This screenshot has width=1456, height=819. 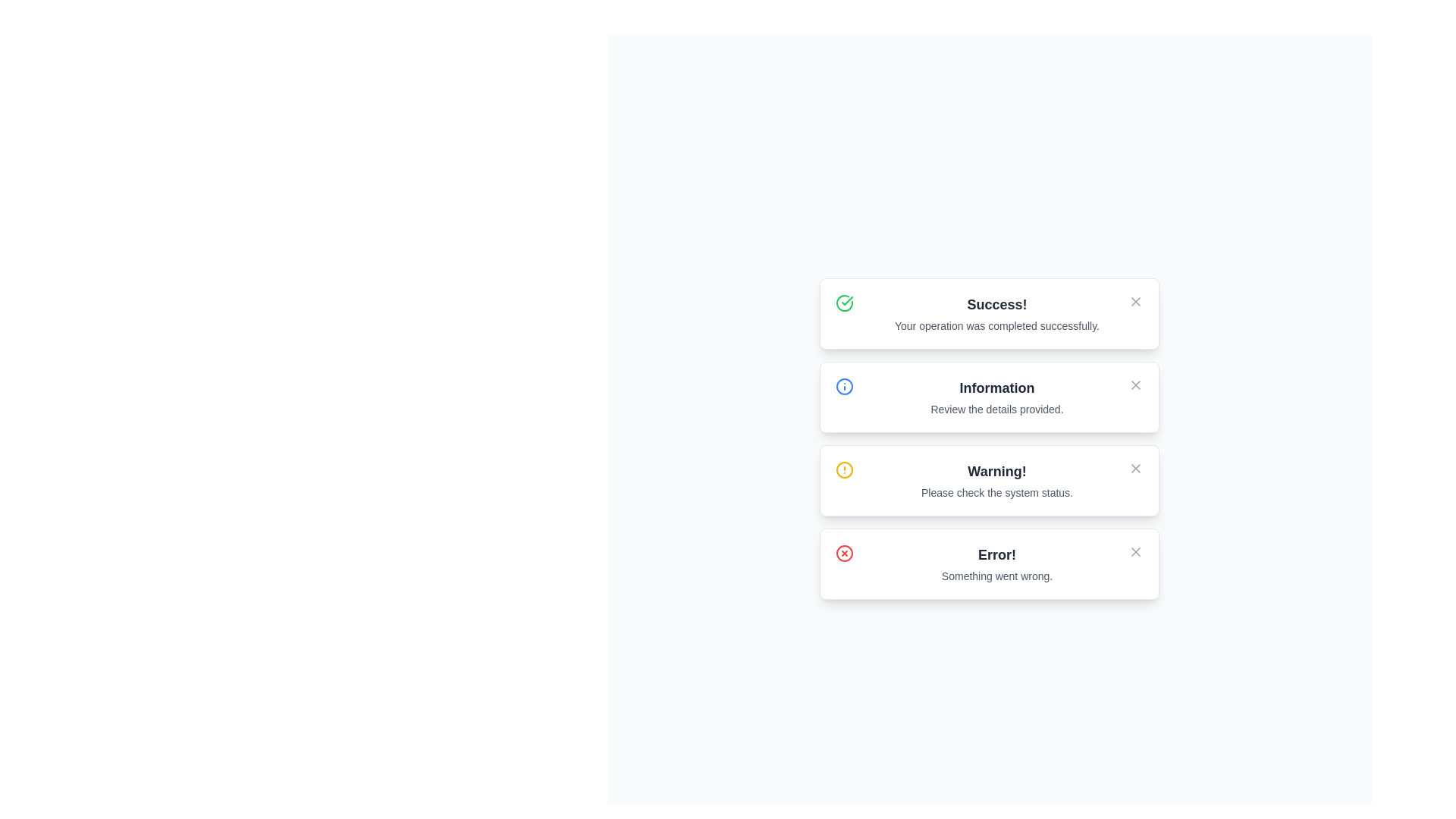 What do you see at coordinates (990, 444) in the screenshot?
I see `the notification in the third message box of the vertically stacked notification list, located between the 'Information' box and the 'Error!' box` at bounding box center [990, 444].